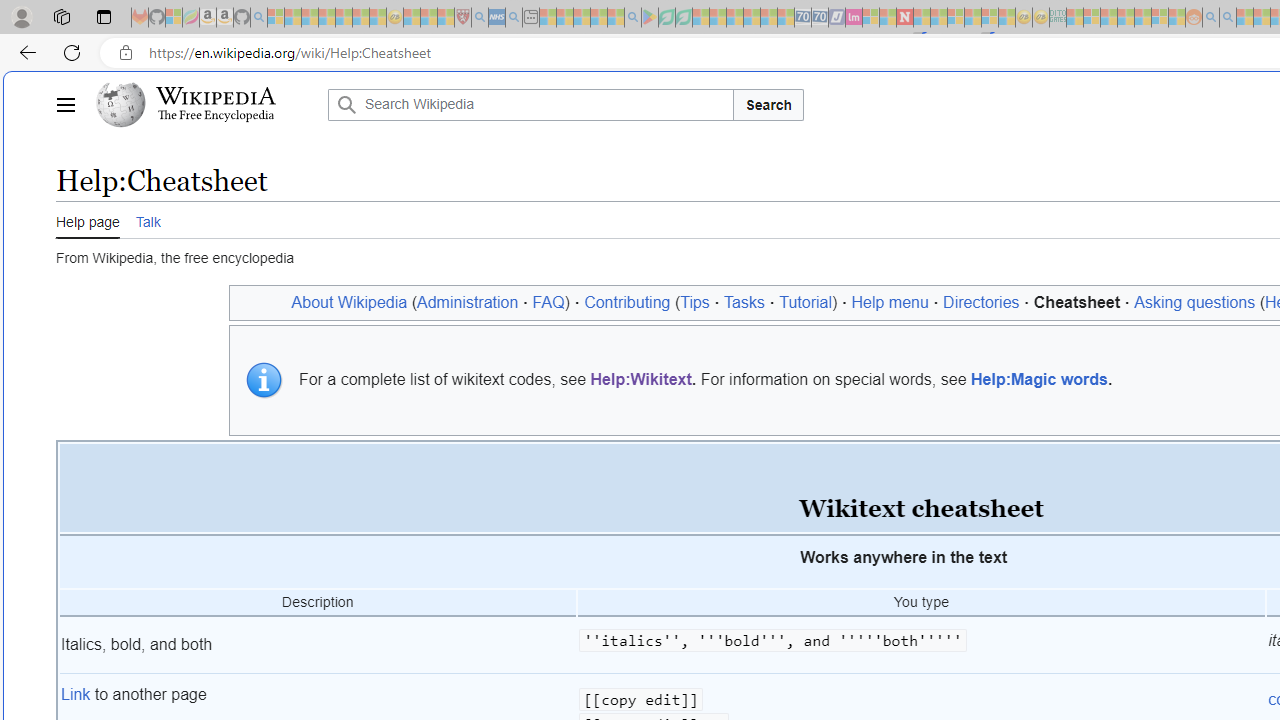  What do you see at coordinates (631, 17) in the screenshot?
I see `'google - Search - Sleeping'` at bounding box center [631, 17].